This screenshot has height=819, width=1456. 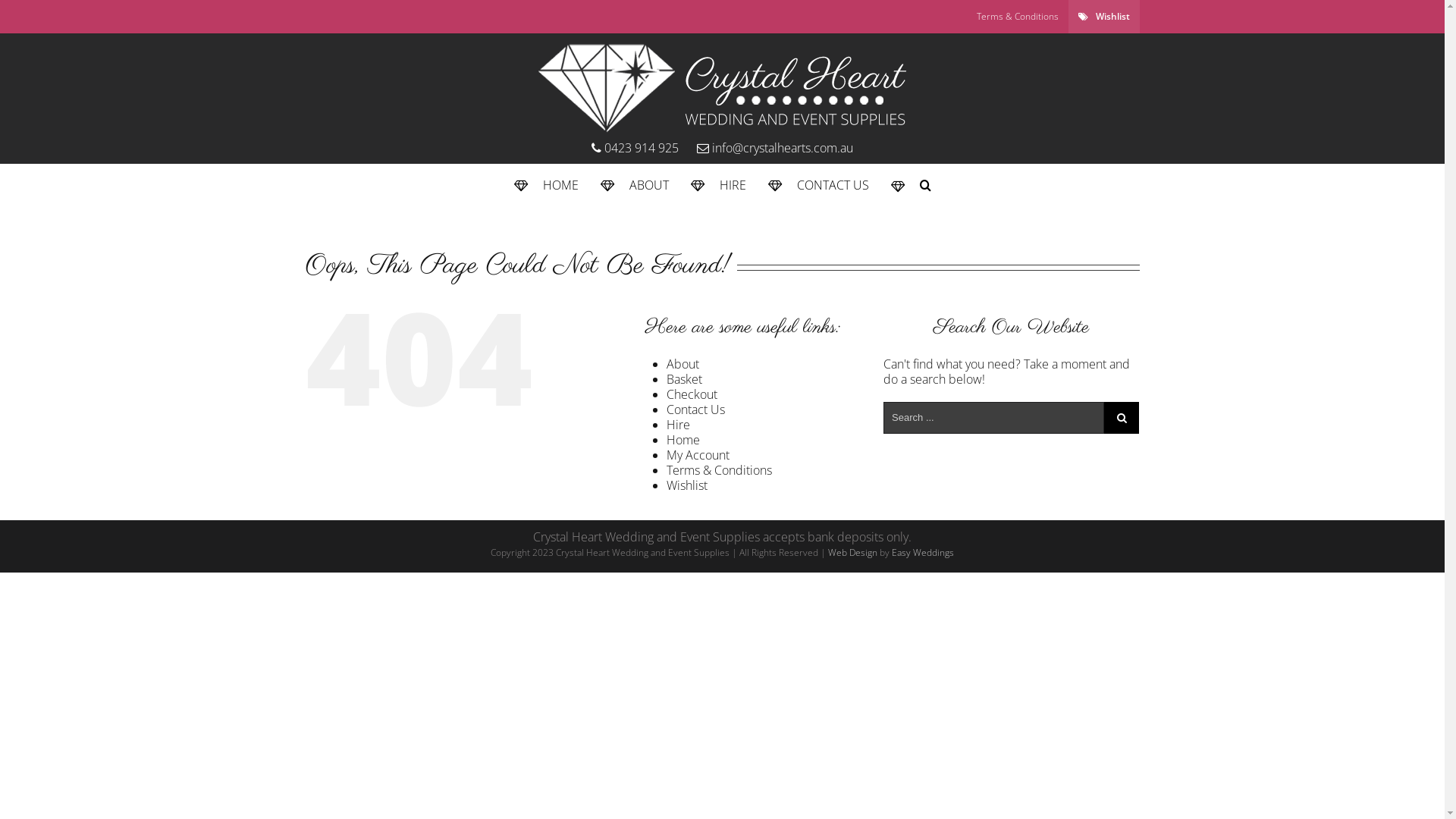 I want to click on 'Terms & Conditions', so click(x=965, y=17).